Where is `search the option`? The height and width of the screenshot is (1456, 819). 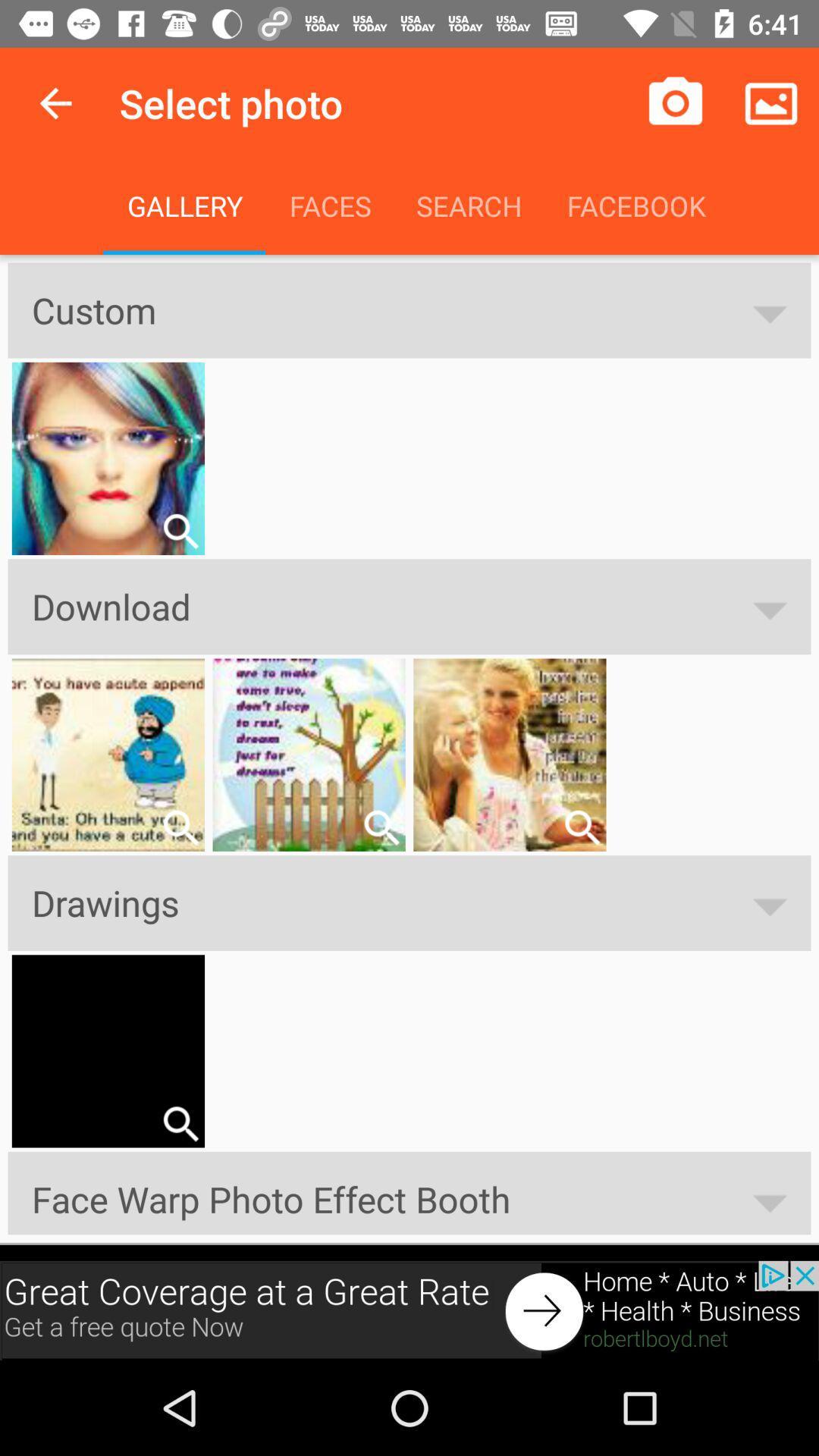 search the option is located at coordinates (381, 827).